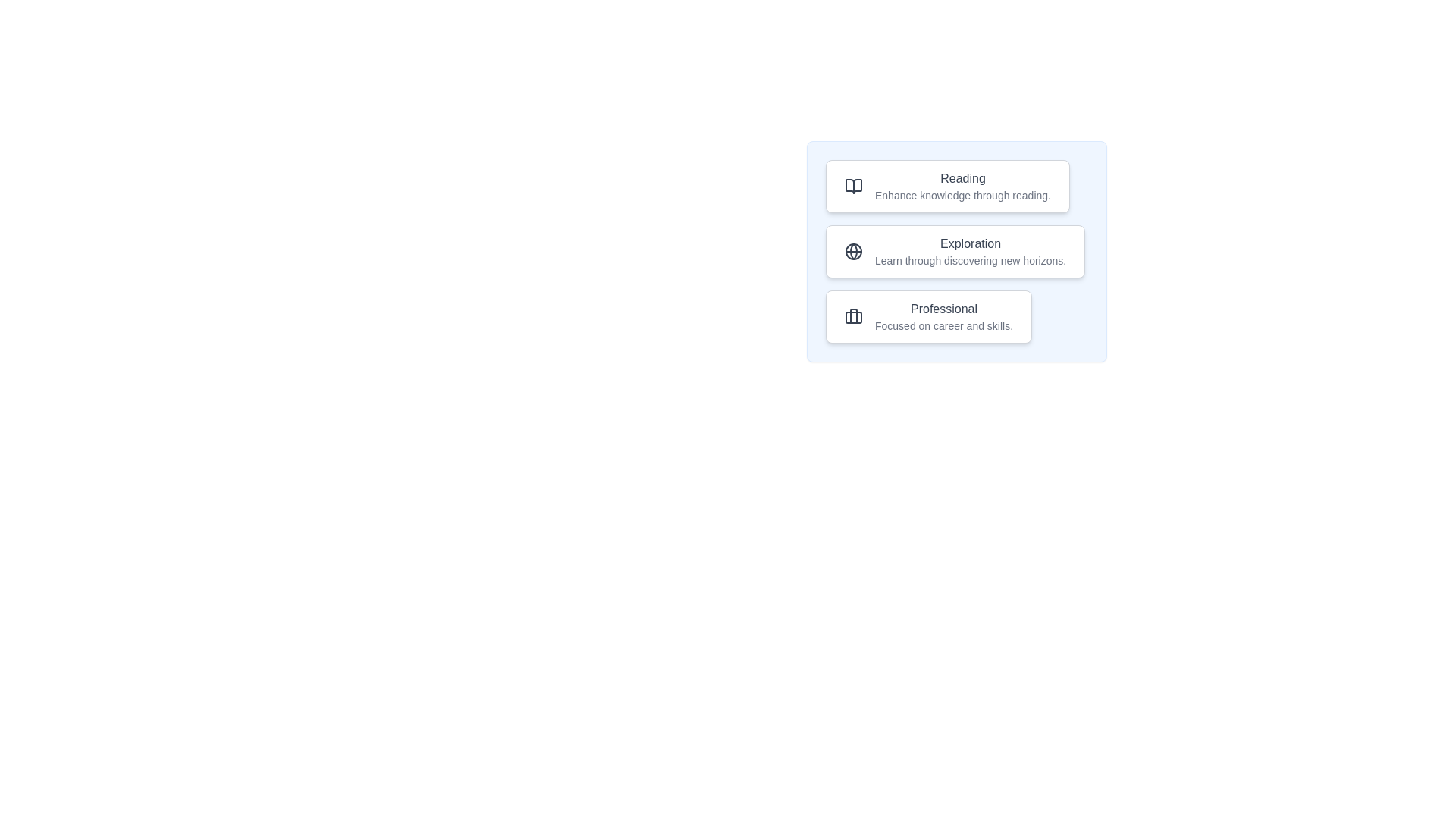 The image size is (1456, 819). I want to click on the focus chip labeled Reading, so click(946, 186).